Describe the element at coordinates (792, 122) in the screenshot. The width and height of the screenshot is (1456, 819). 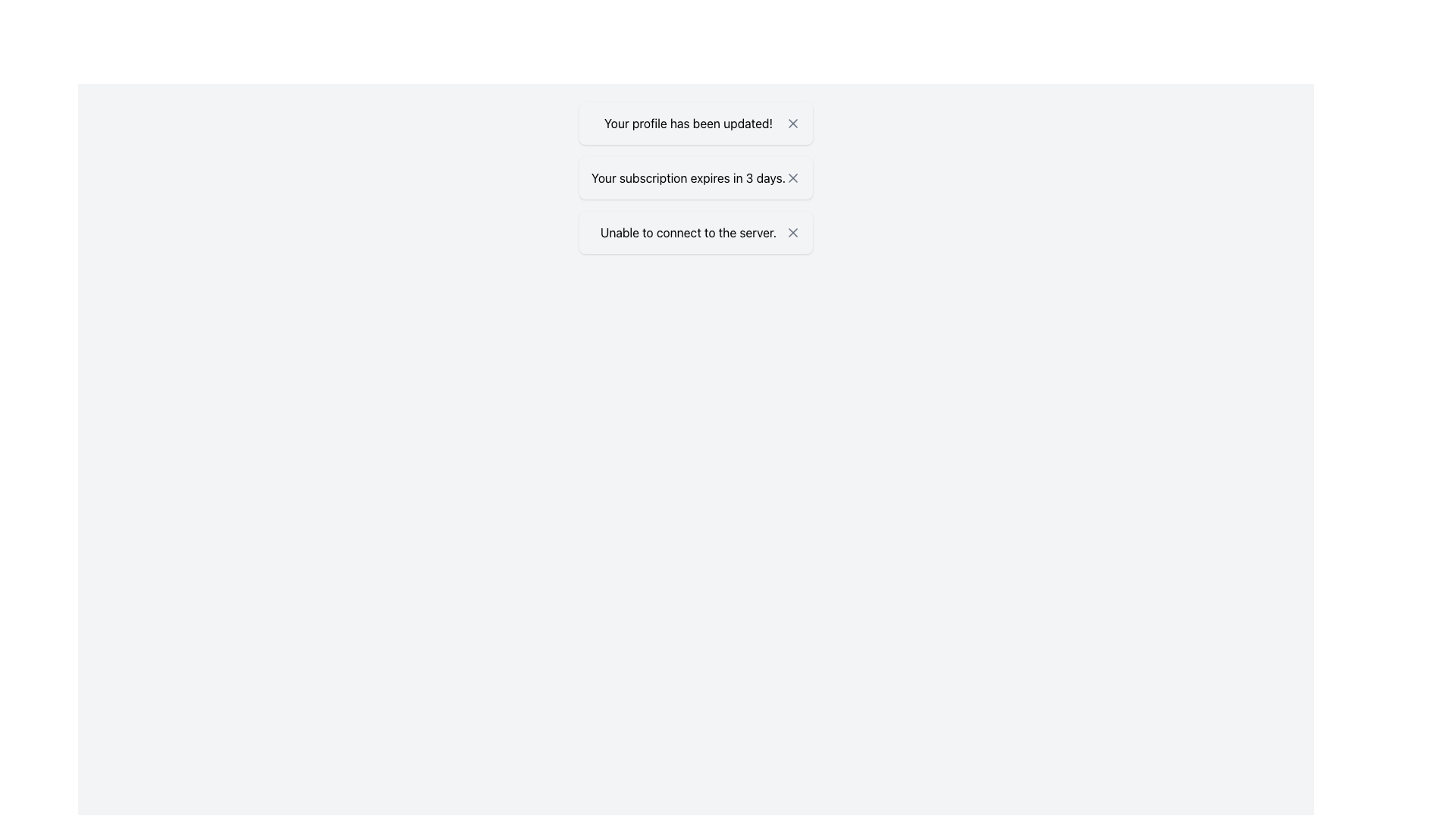
I see `the small cross-shaped icon (gray 'X')` at that location.